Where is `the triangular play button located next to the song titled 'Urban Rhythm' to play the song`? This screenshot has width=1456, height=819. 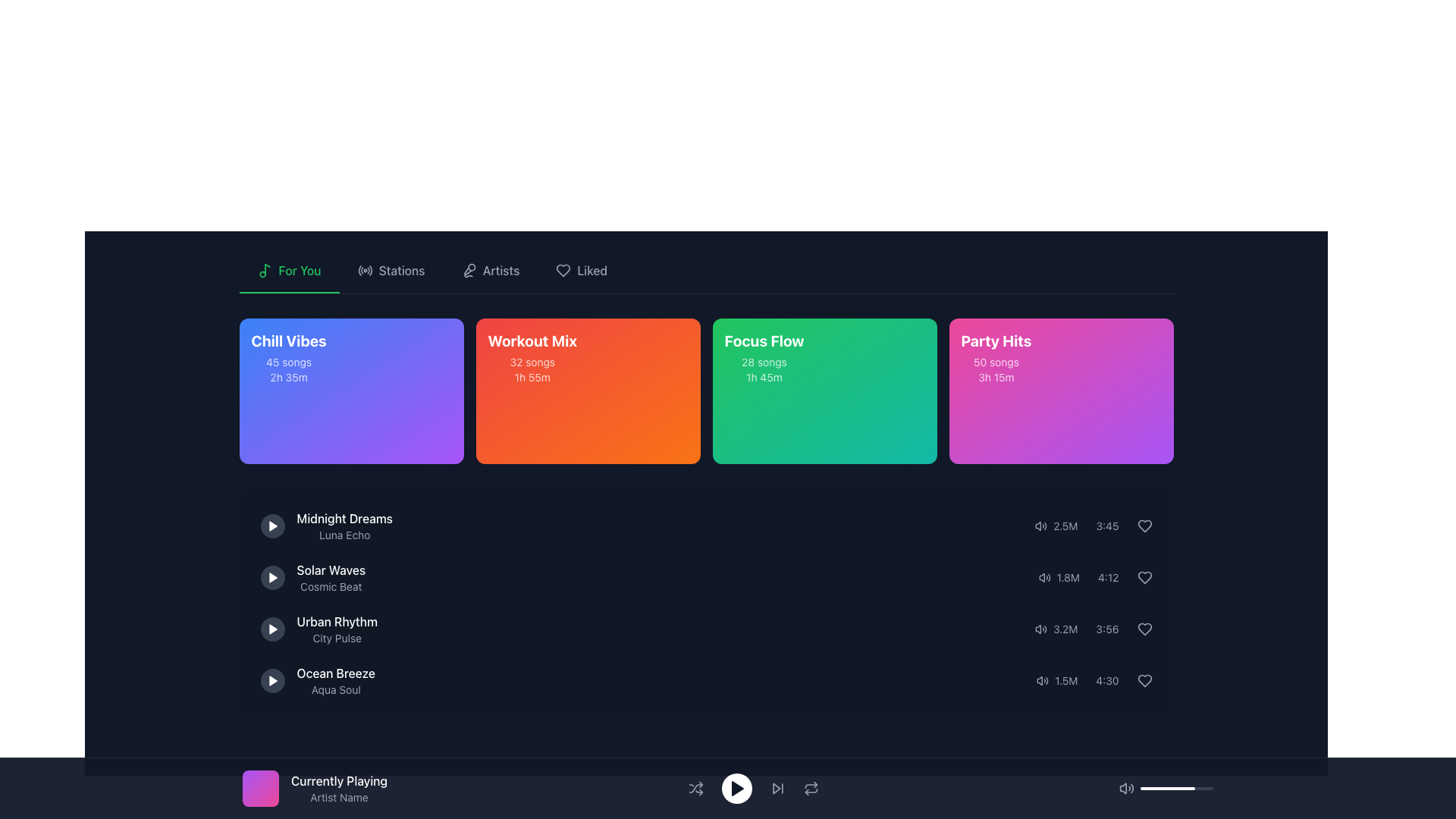 the triangular play button located next to the song titled 'Urban Rhythm' to play the song is located at coordinates (273, 629).